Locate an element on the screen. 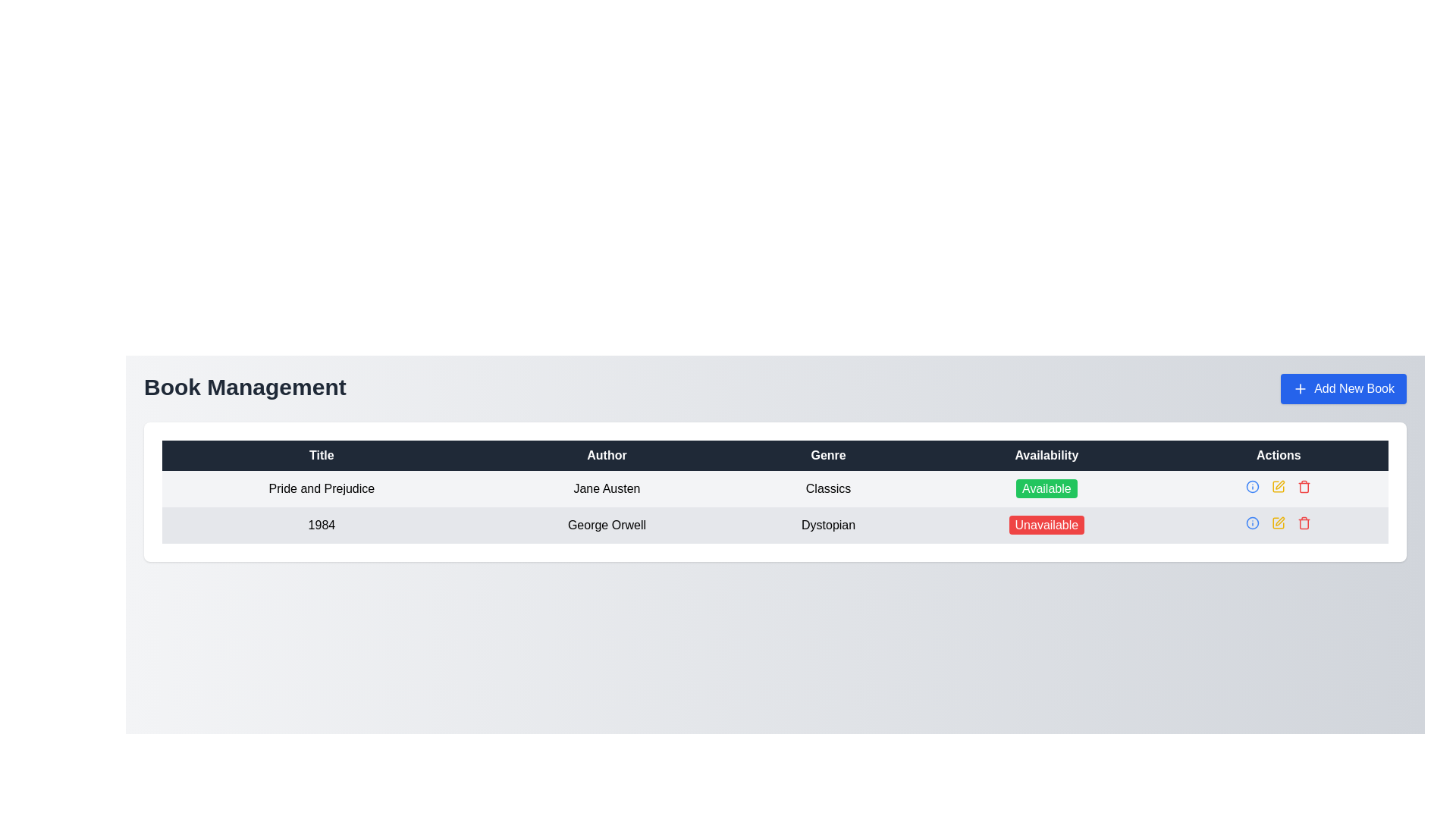 The width and height of the screenshot is (1456, 819). the text label that contains 'Pride and Prejudice', which is the first cell under the 'Title' column in the table is located at coordinates (321, 488).